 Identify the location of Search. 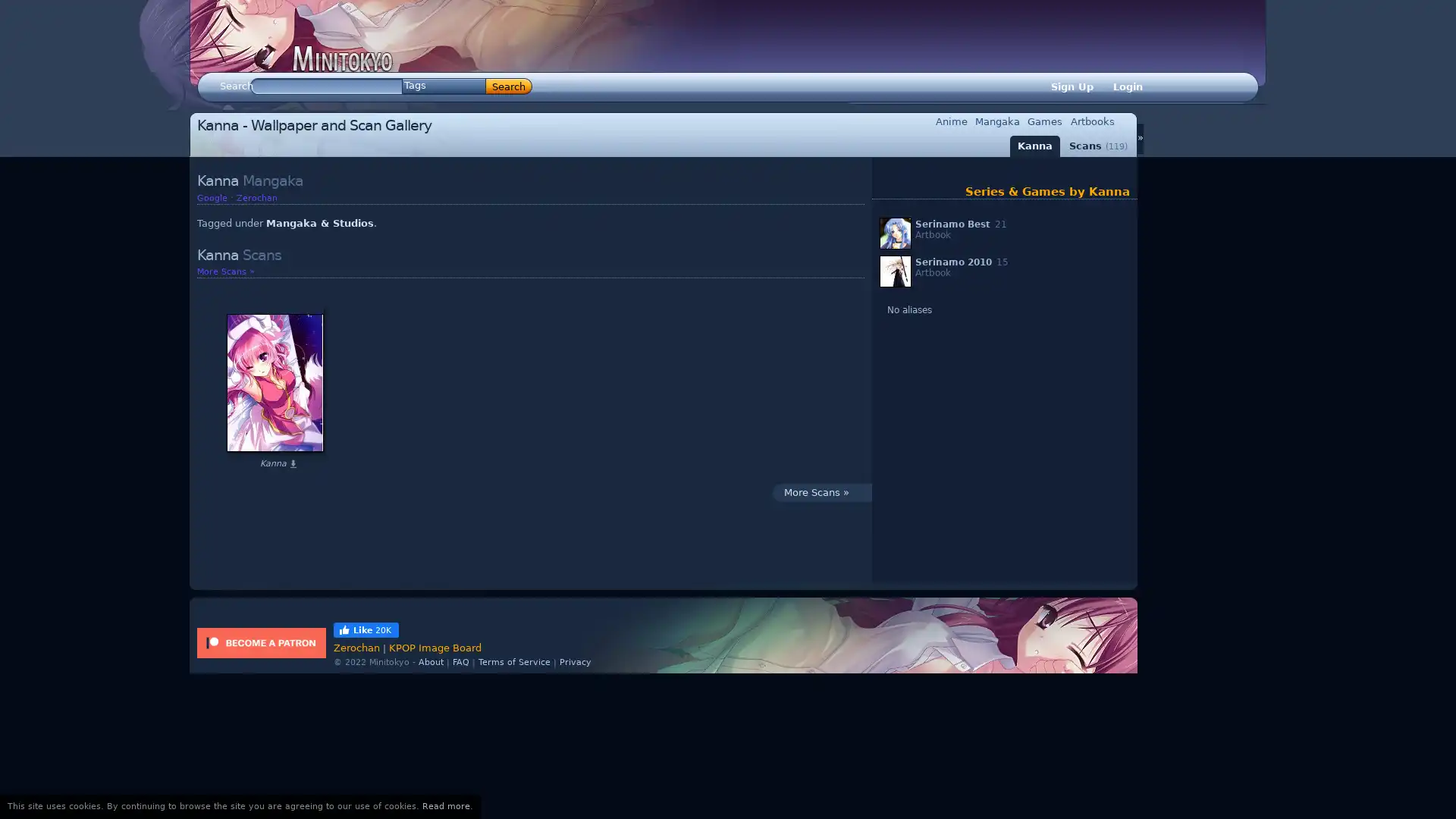
(509, 86).